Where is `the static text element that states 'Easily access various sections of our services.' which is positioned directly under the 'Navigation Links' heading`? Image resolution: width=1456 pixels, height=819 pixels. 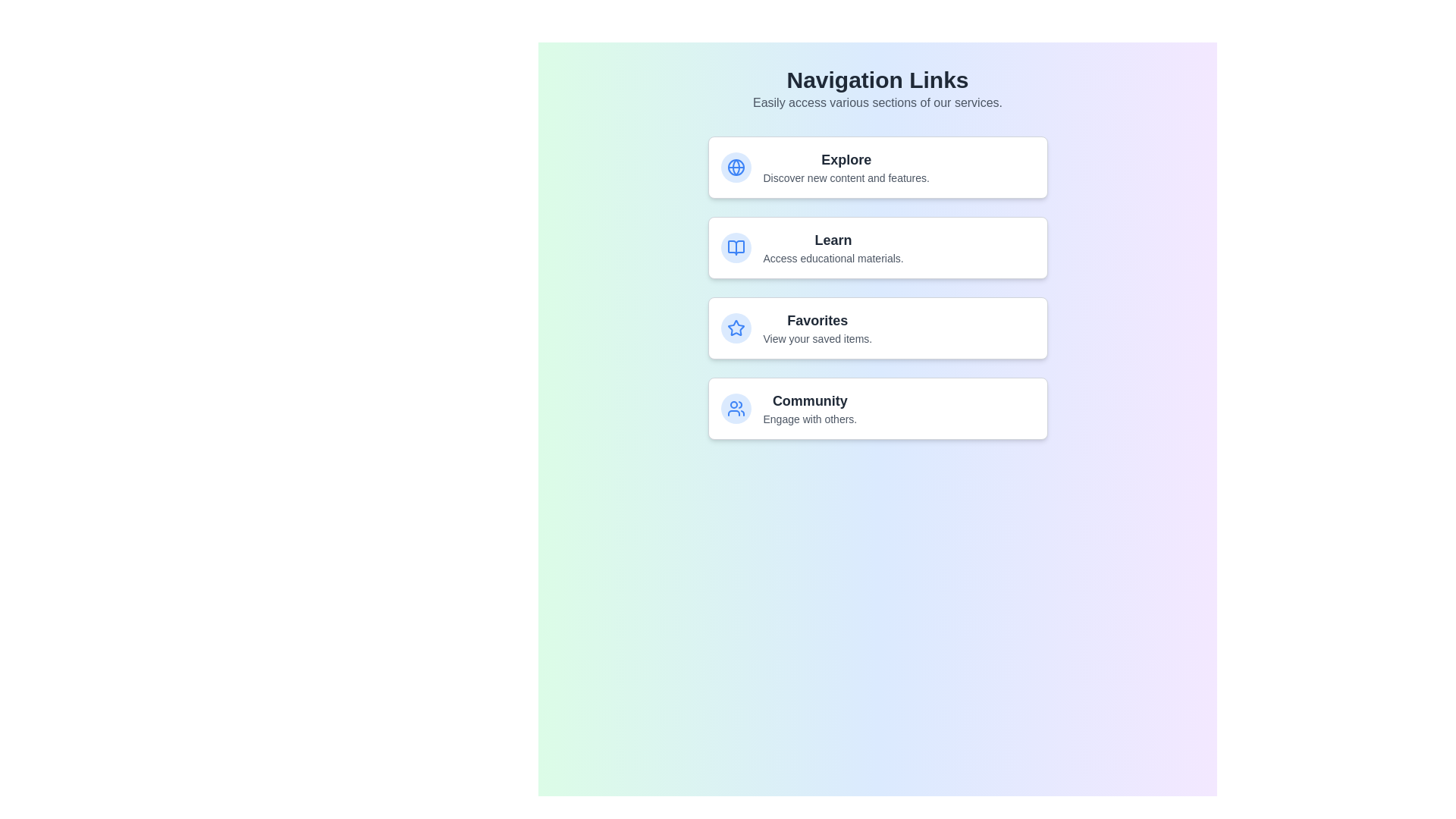
the static text element that states 'Easily access various sections of our services.' which is positioned directly under the 'Navigation Links' heading is located at coordinates (877, 102).